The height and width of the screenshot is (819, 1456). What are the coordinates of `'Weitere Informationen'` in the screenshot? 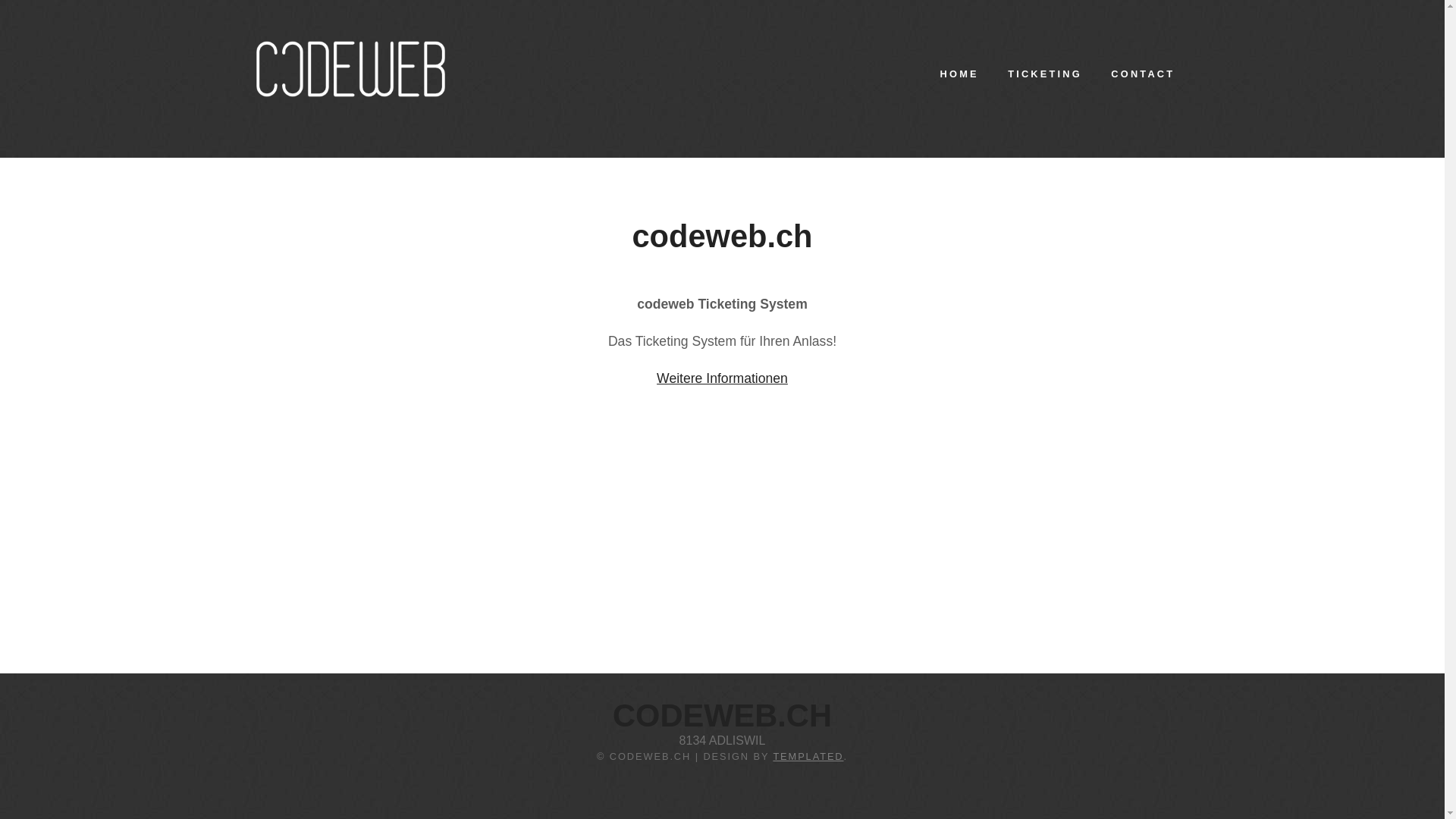 It's located at (656, 377).